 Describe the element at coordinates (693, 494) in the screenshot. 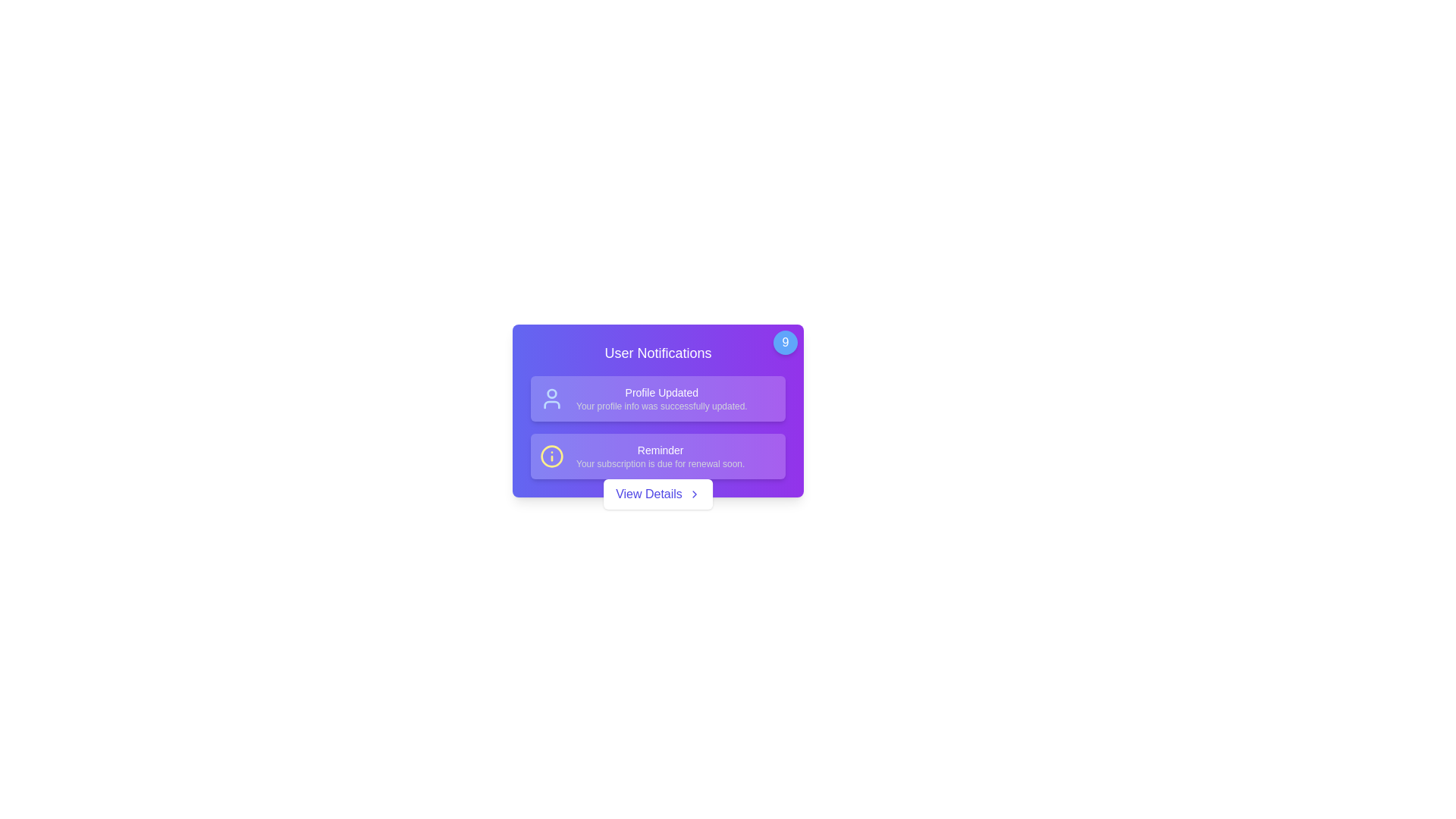

I see `the decorative icon element located to the right of the text content within the 'View Details' button` at that location.